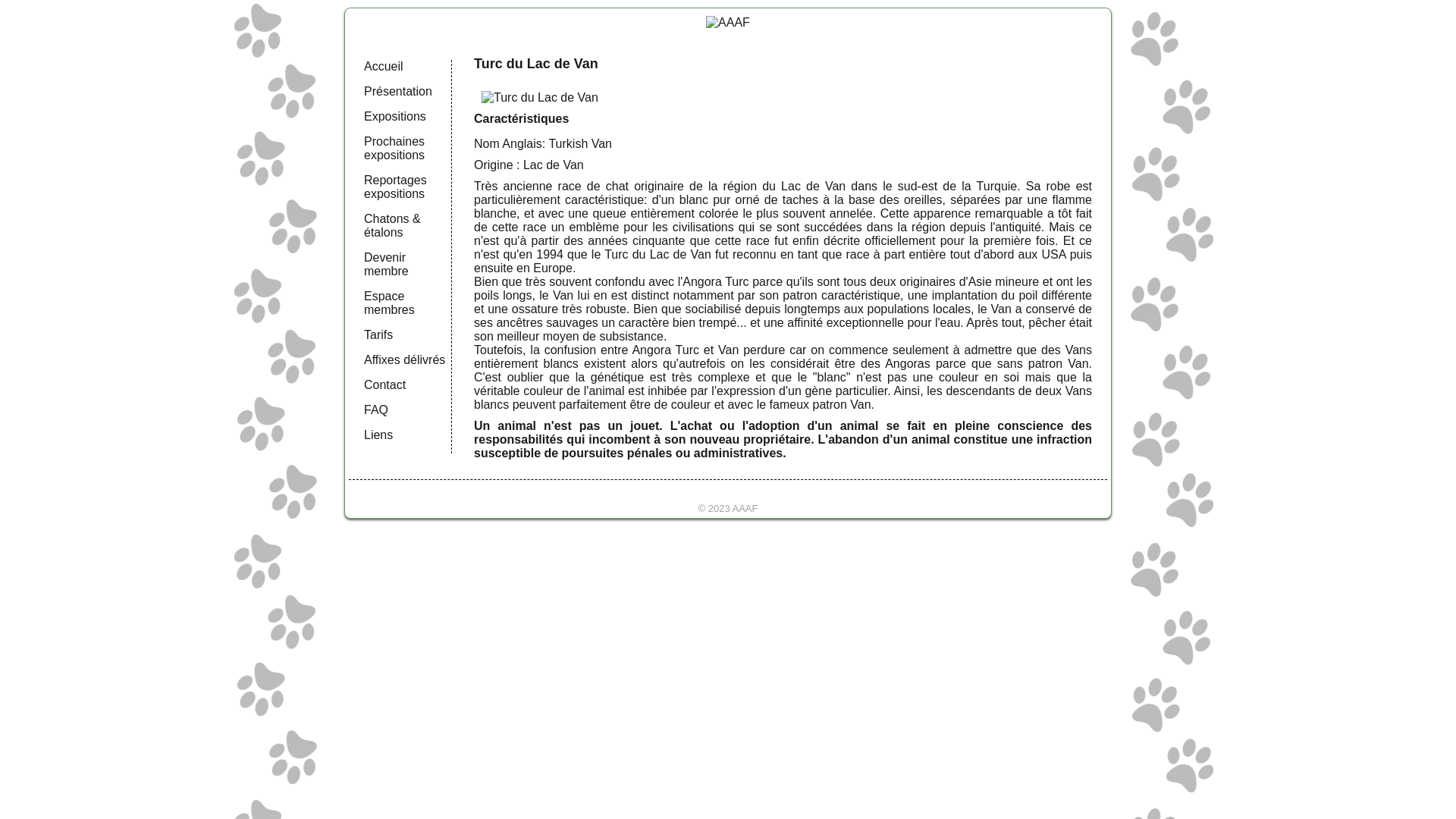  What do you see at coordinates (378, 435) in the screenshot?
I see `'Liens'` at bounding box center [378, 435].